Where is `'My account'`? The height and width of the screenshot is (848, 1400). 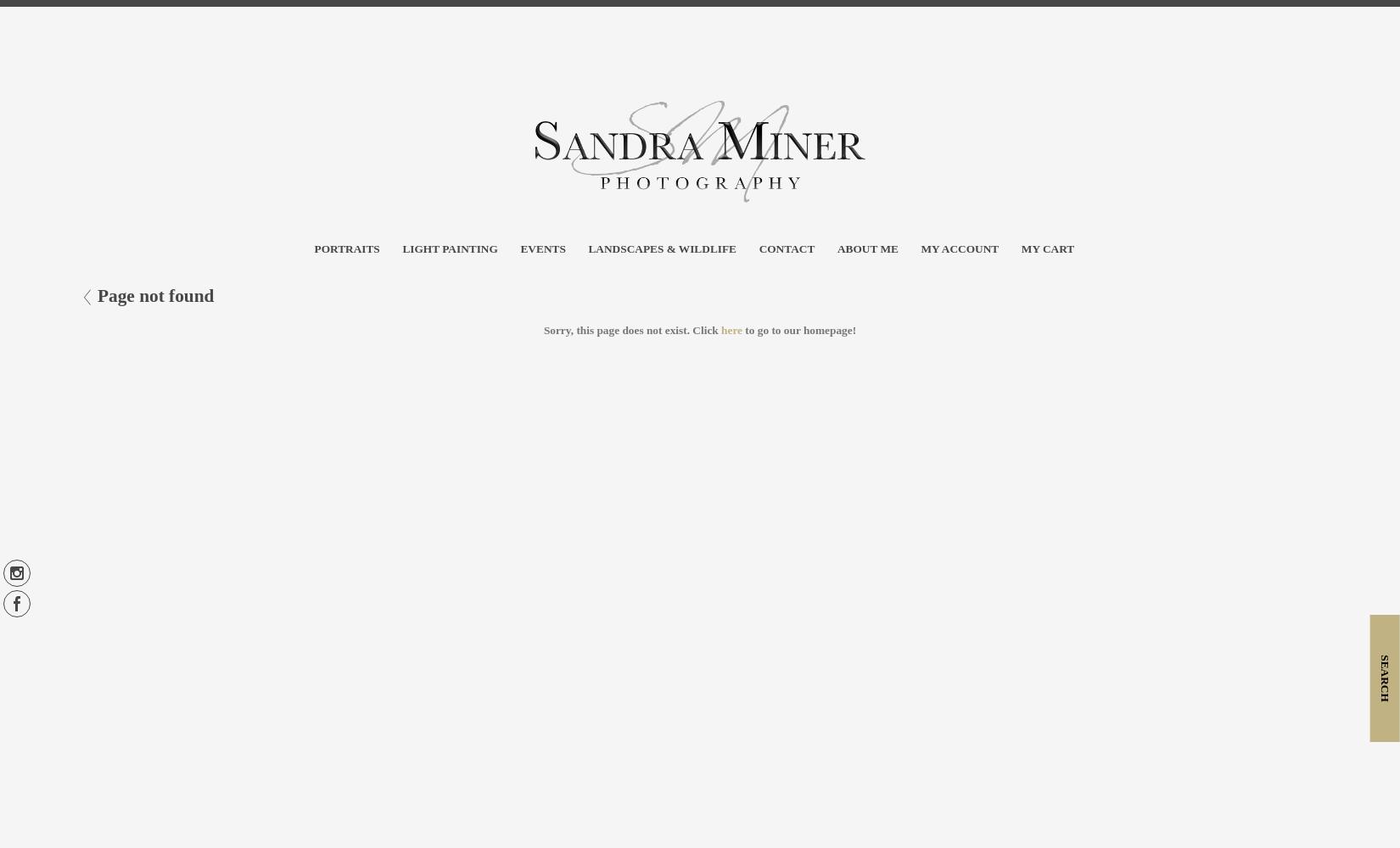 'My account' is located at coordinates (960, 248).